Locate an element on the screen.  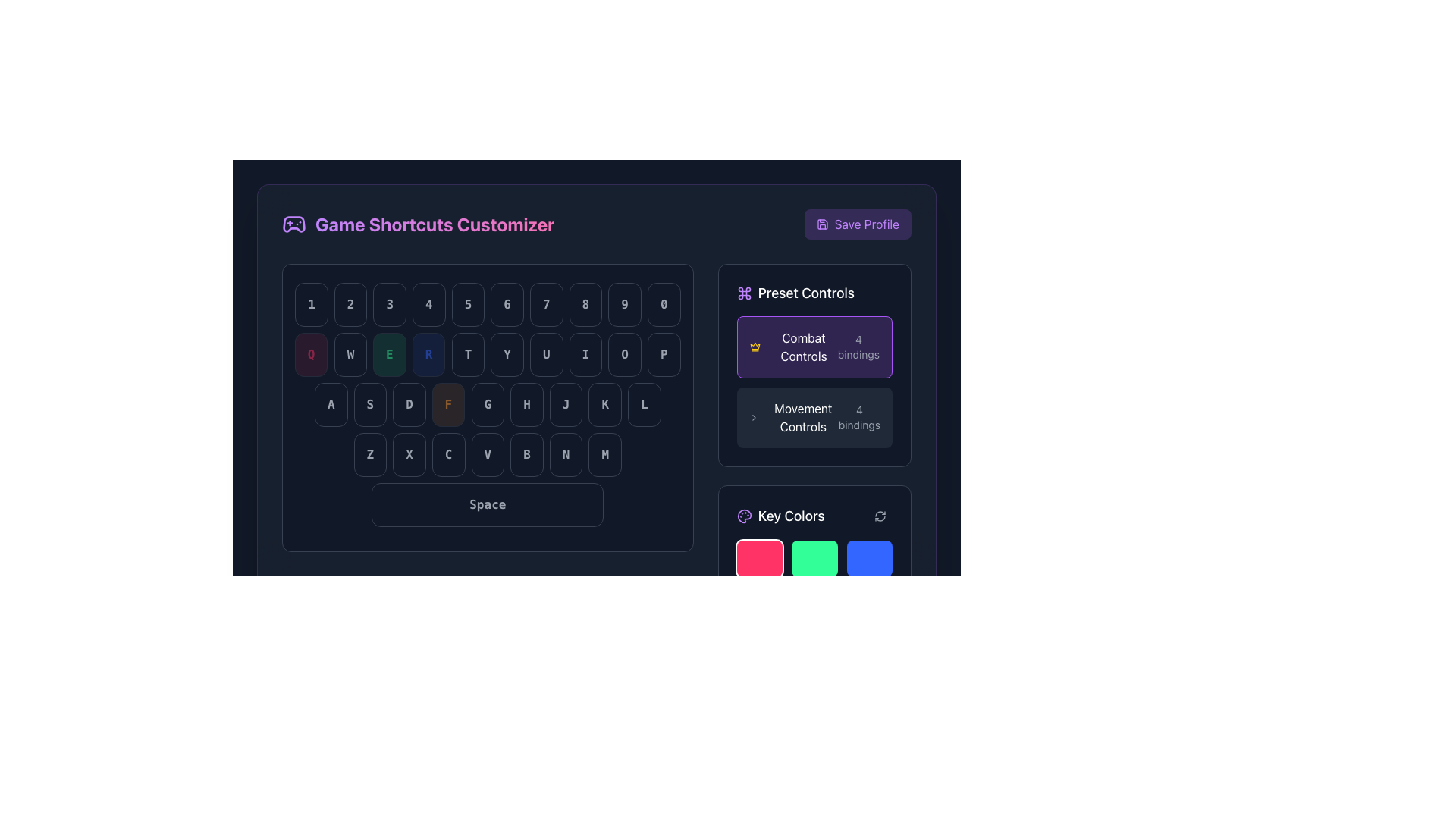
the Text with accompanying icon that serves as a label for the movement configuration control group located in the 'Preset Controls' section beneath 'Combat Controls' is located at coordinates (792, 418).